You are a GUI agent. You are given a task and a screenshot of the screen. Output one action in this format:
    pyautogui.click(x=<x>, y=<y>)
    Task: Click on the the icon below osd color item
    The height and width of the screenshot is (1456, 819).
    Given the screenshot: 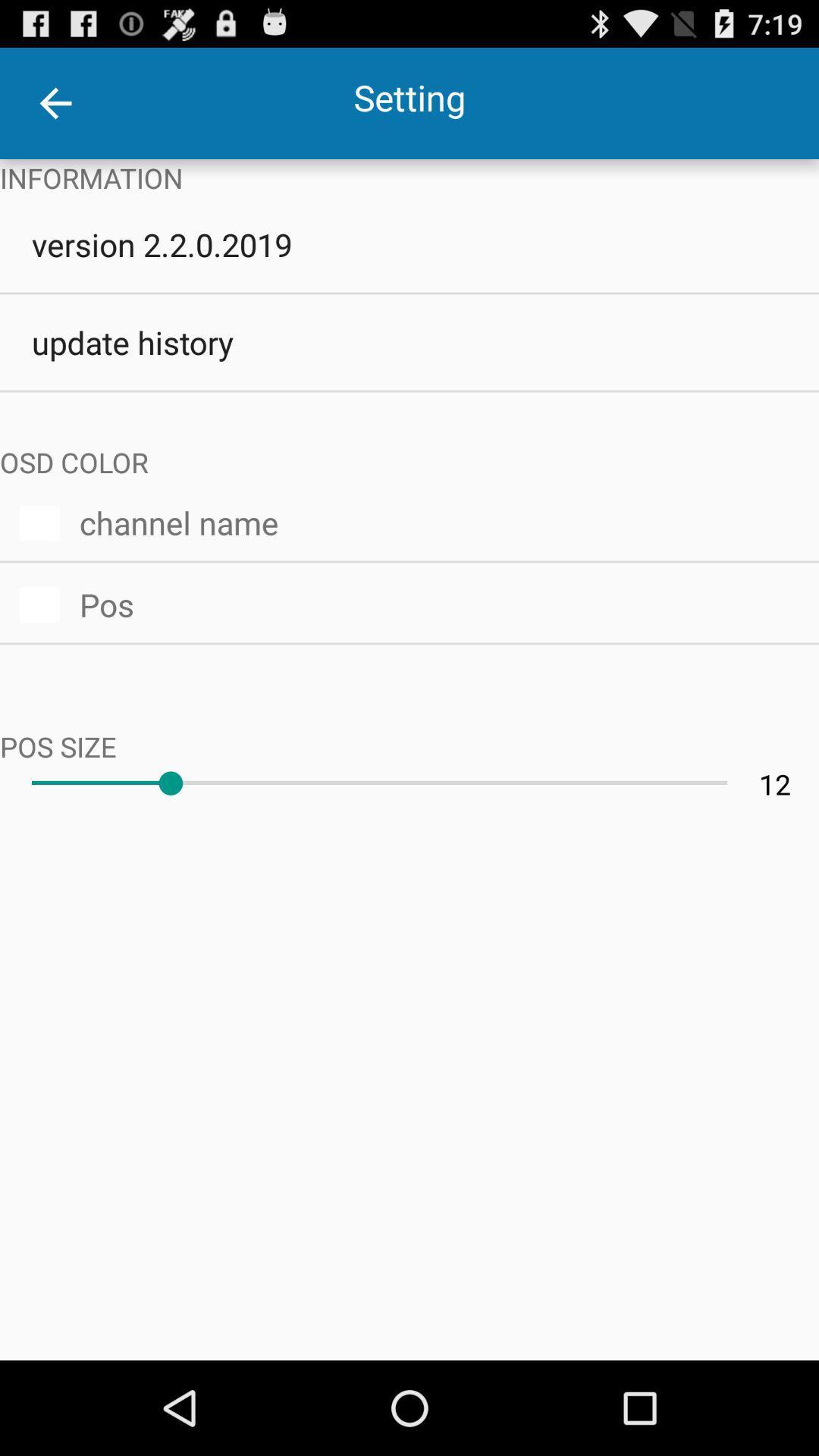 What is the action you would take?
    pyautogui.click(x=439, y=520)
    